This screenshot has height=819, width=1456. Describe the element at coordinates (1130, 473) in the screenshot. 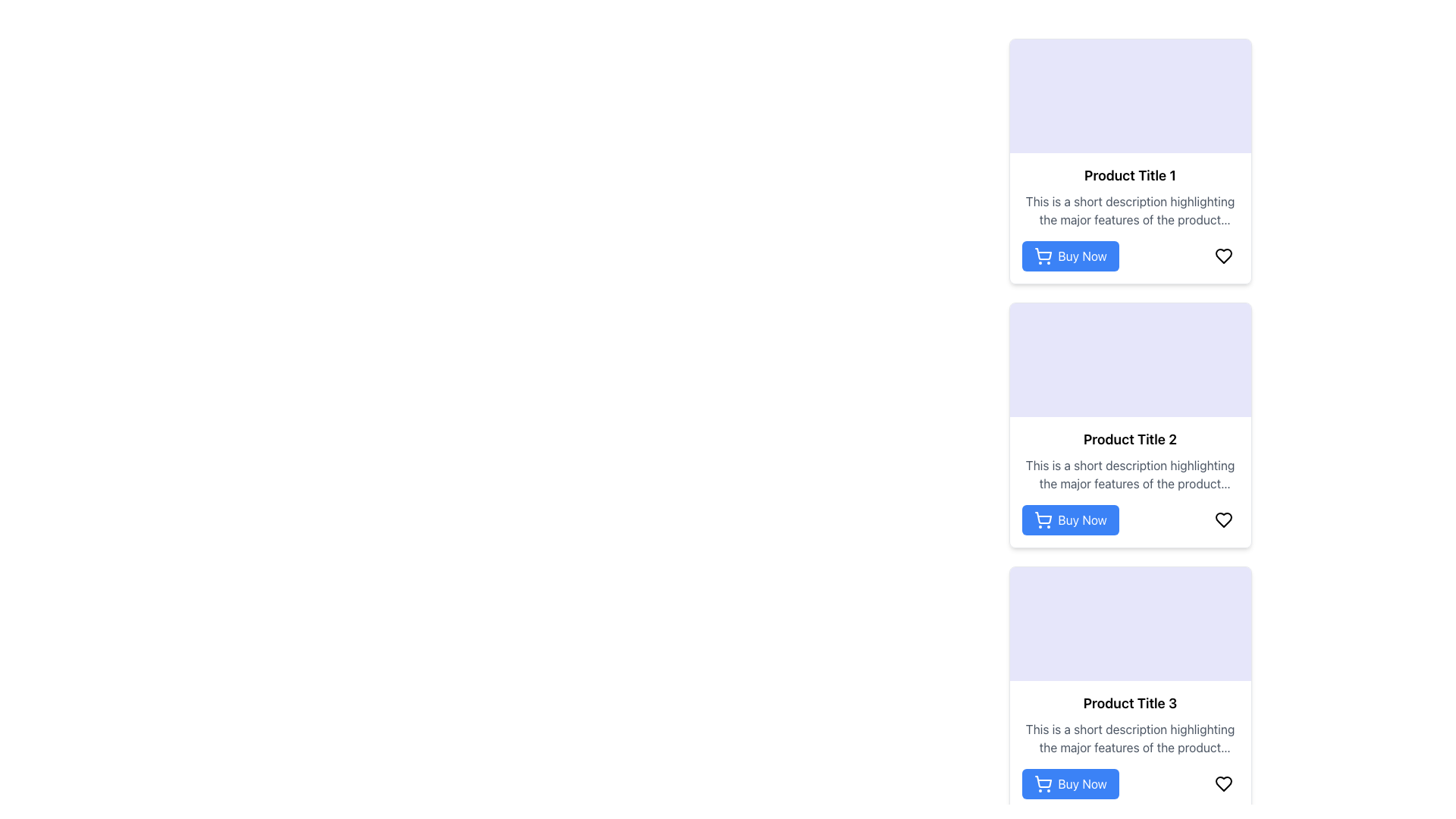

I see `the Text Label that provides a brief description of the associated product, located below the heading 'Product Title 2' in the second tile of the product grid` at that location.